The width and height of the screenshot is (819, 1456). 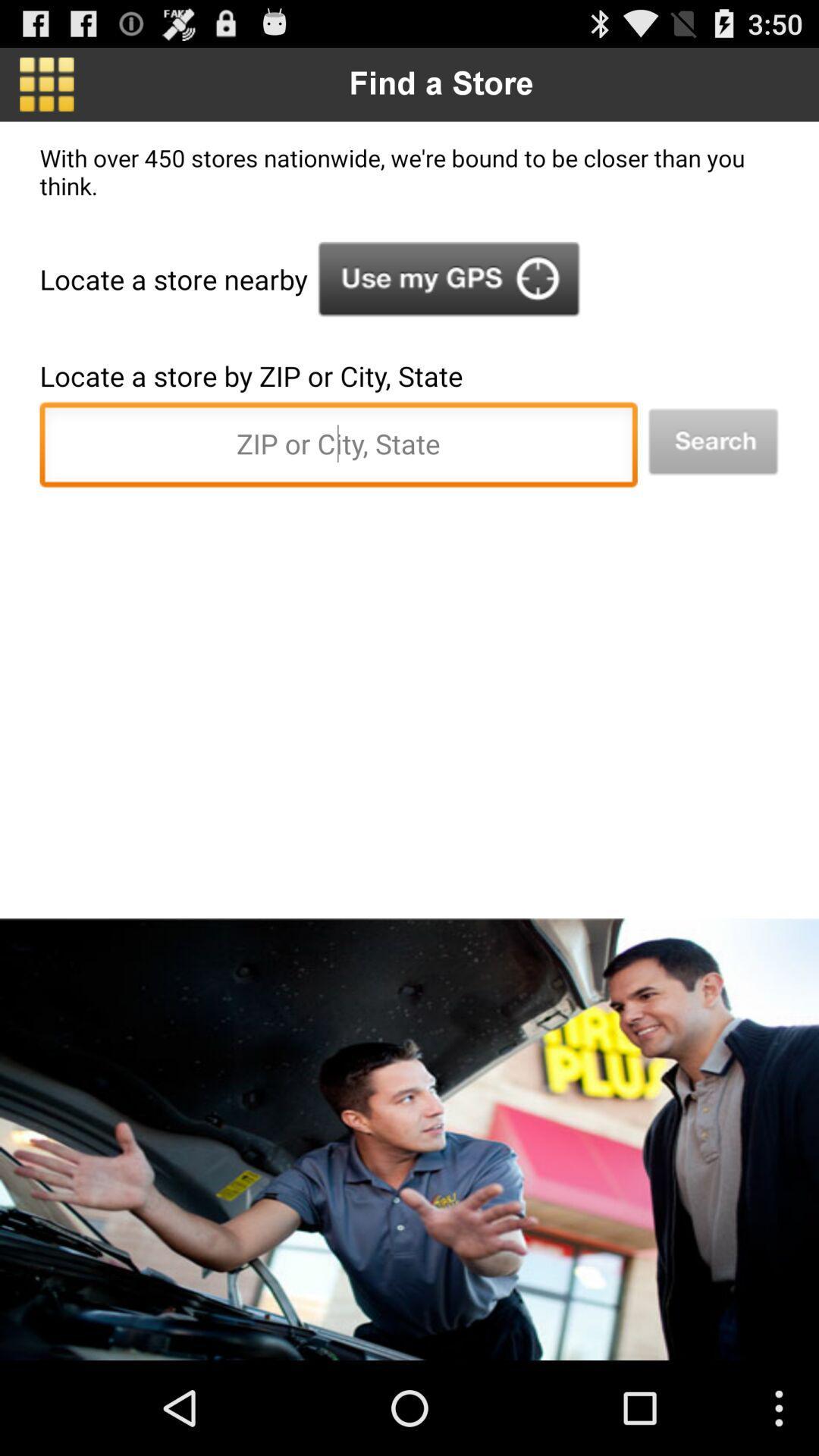 I want to click on search, so click(x=713, y=441).